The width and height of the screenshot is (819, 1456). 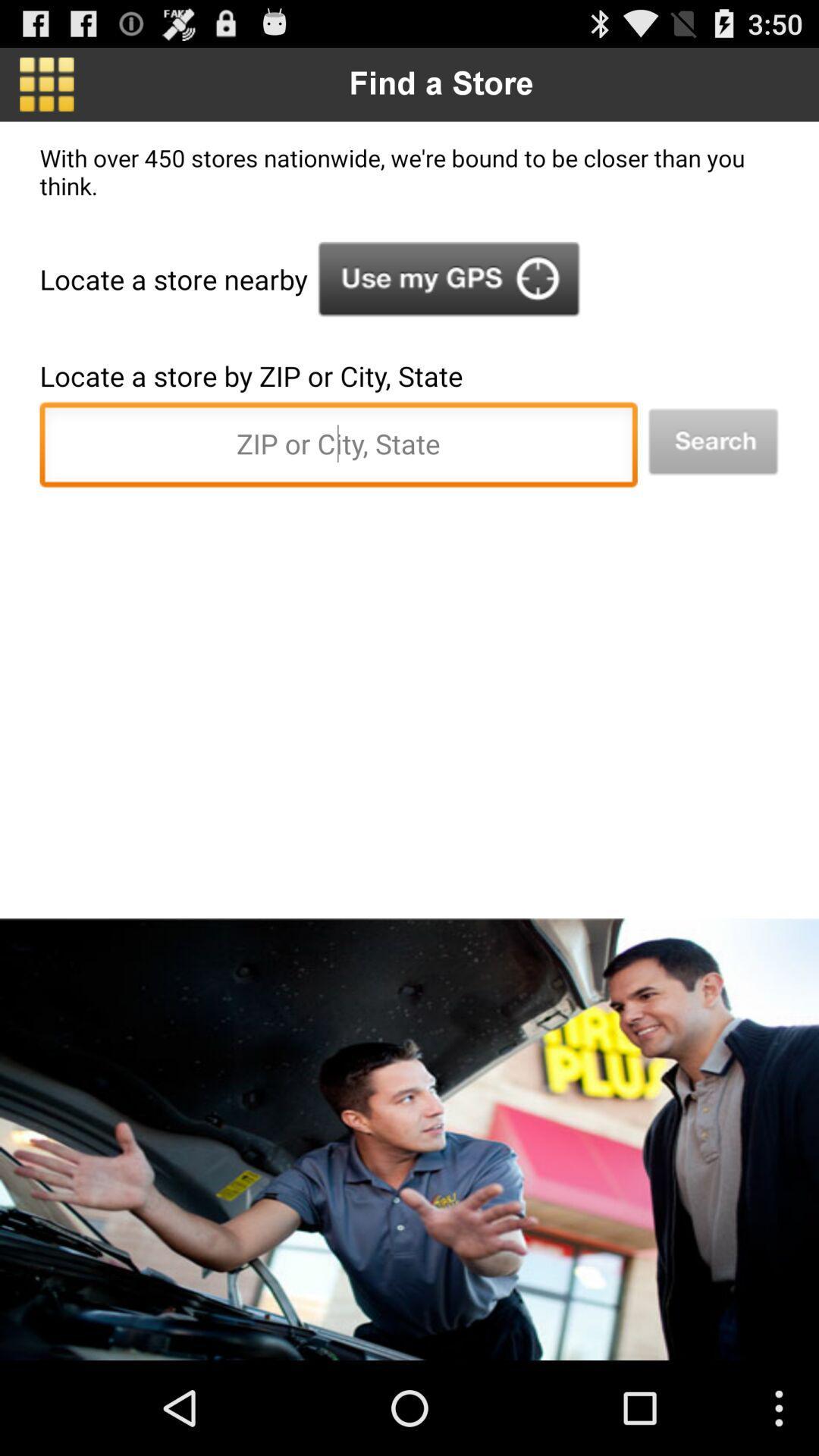 I want to click on search, so click(x=713, y=441).